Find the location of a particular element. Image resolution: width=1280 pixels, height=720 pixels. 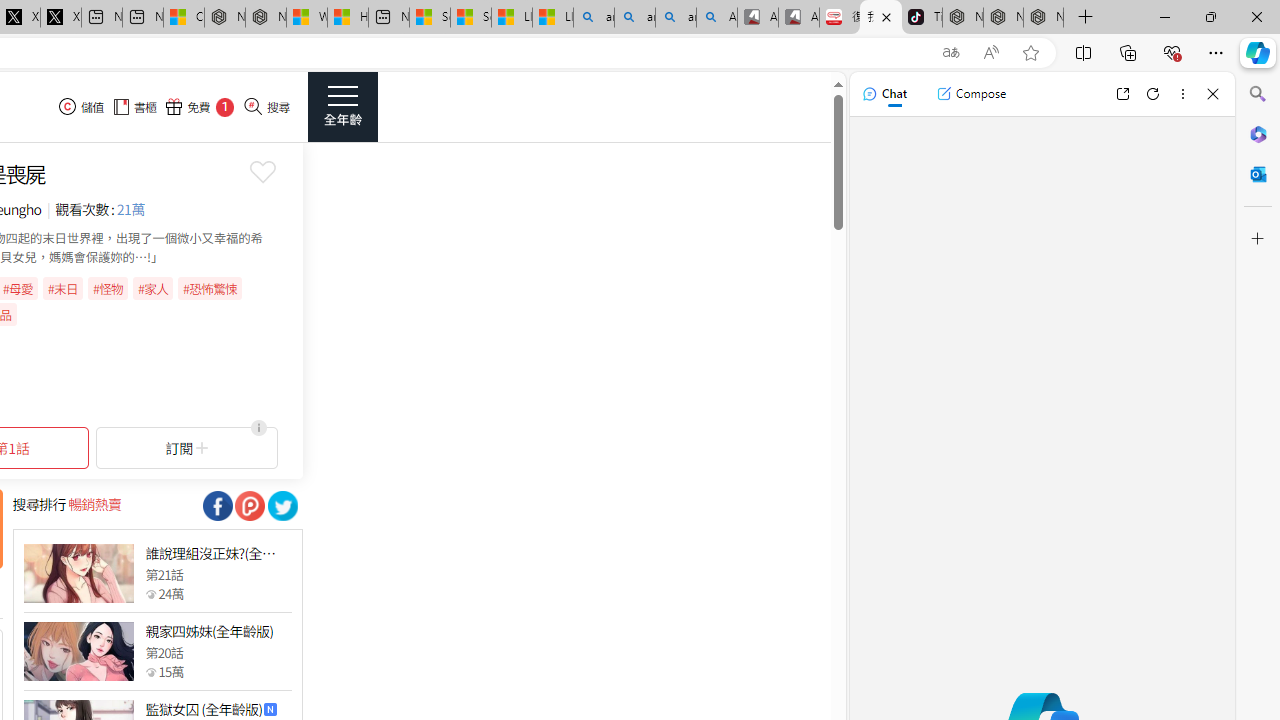

'Customize' is located at coordinates (1257, 238).